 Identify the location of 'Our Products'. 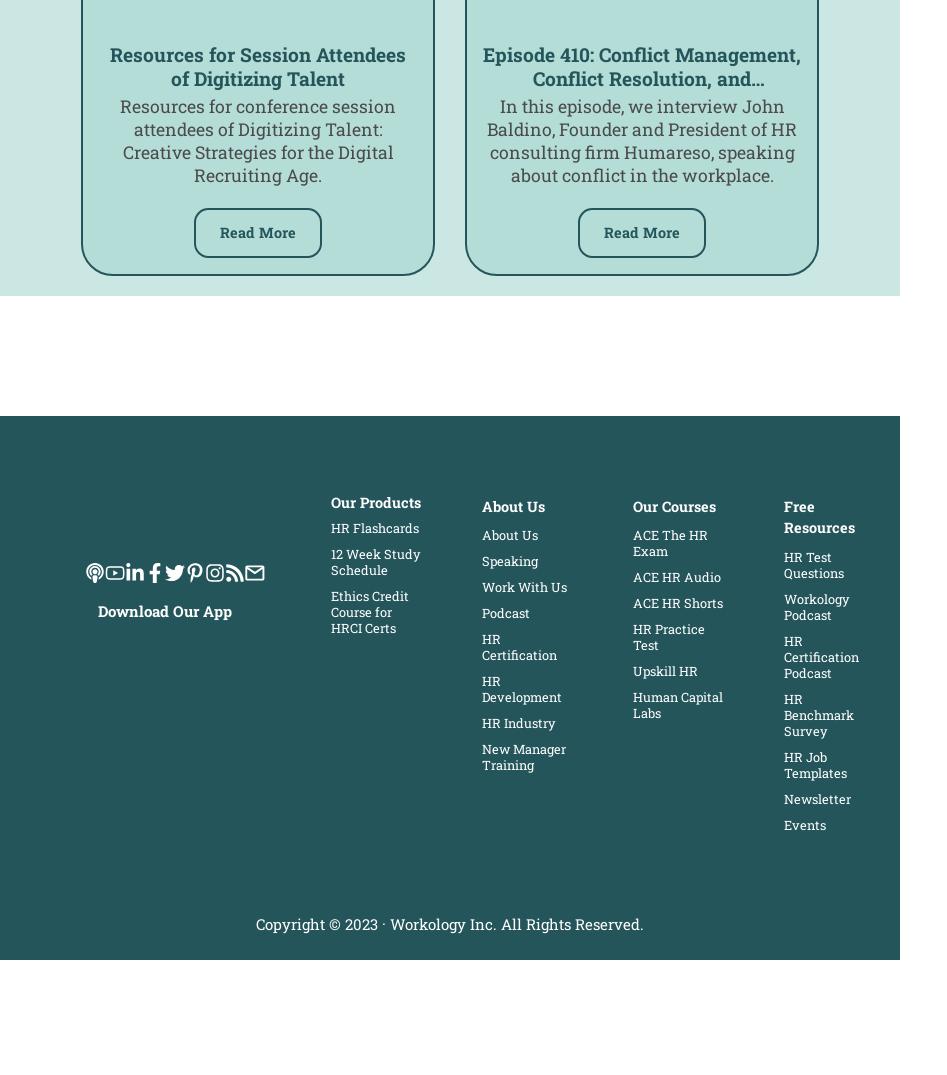
(374, 500).